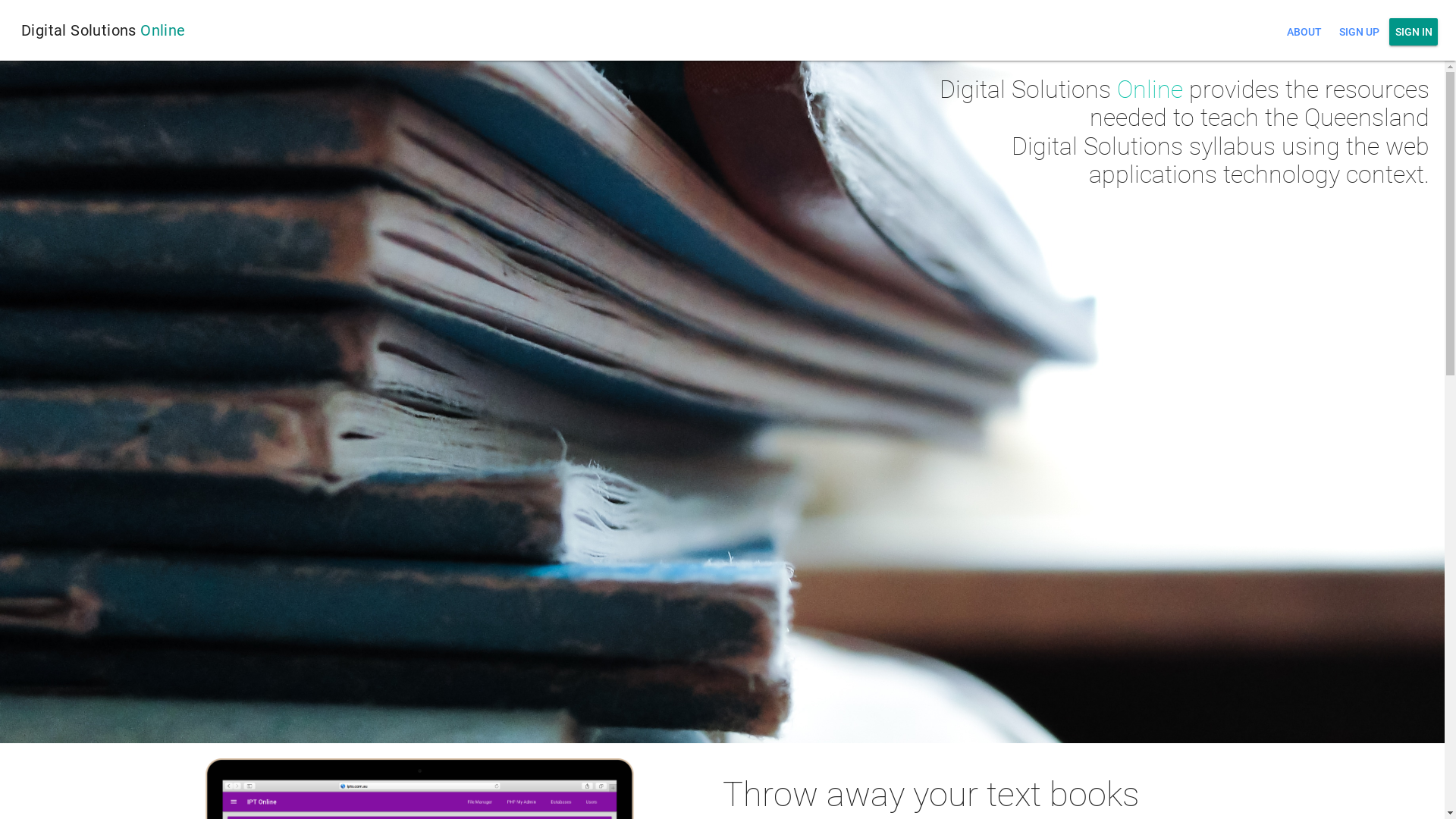 This screenshot has width=1456, height=819. What do you see at coordinates (1303, 32) in the screenshot?
I see `'ABOUT'` at bounding box center [1303, 32].